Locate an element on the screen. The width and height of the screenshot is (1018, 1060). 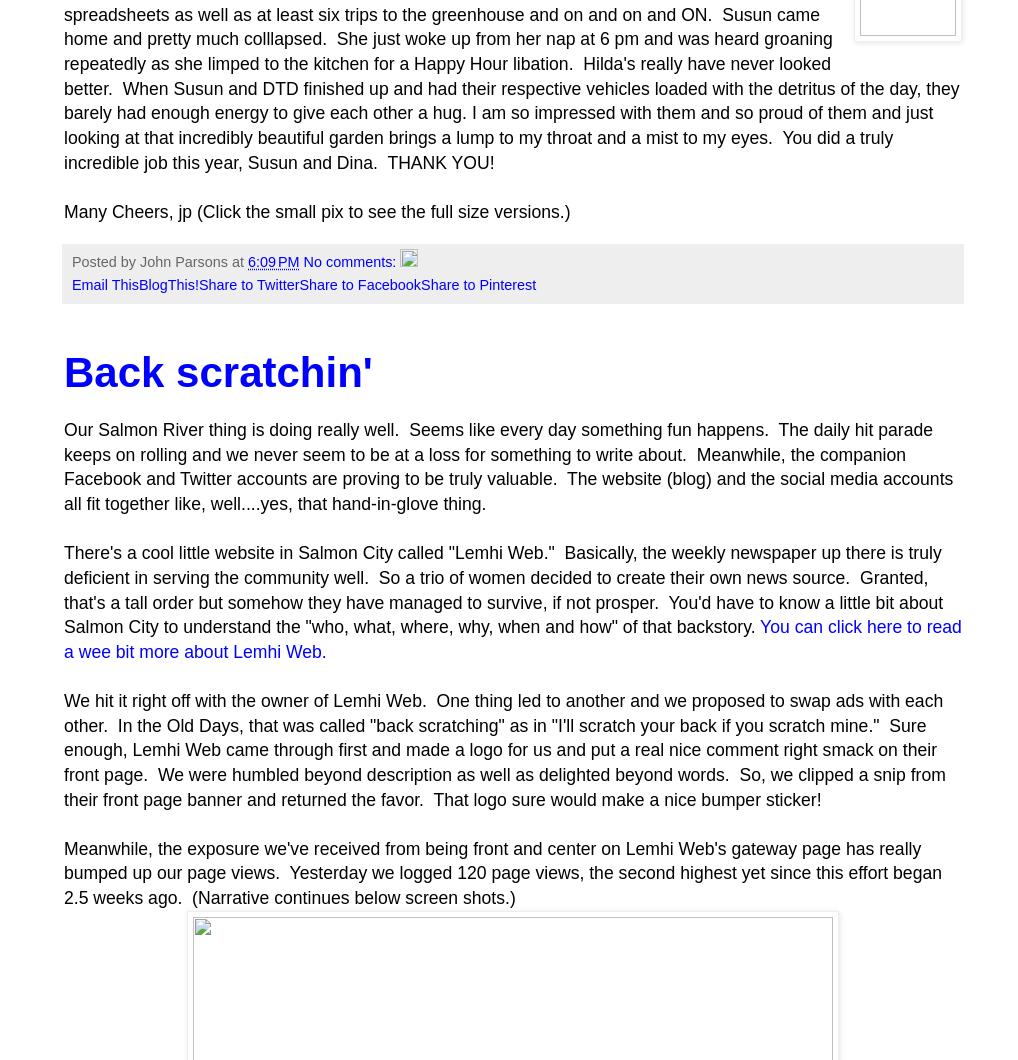
'Meanwhile, the exposure we've received from being front and center on Lemhi Web's gateway page has really bumped up our page views.  Yesterday we logged 120 page views, the second highest yet since this effort began 2.5 weeks ago.  (Narrative continues below screen shots.)' is located at coordinates (502, 873).